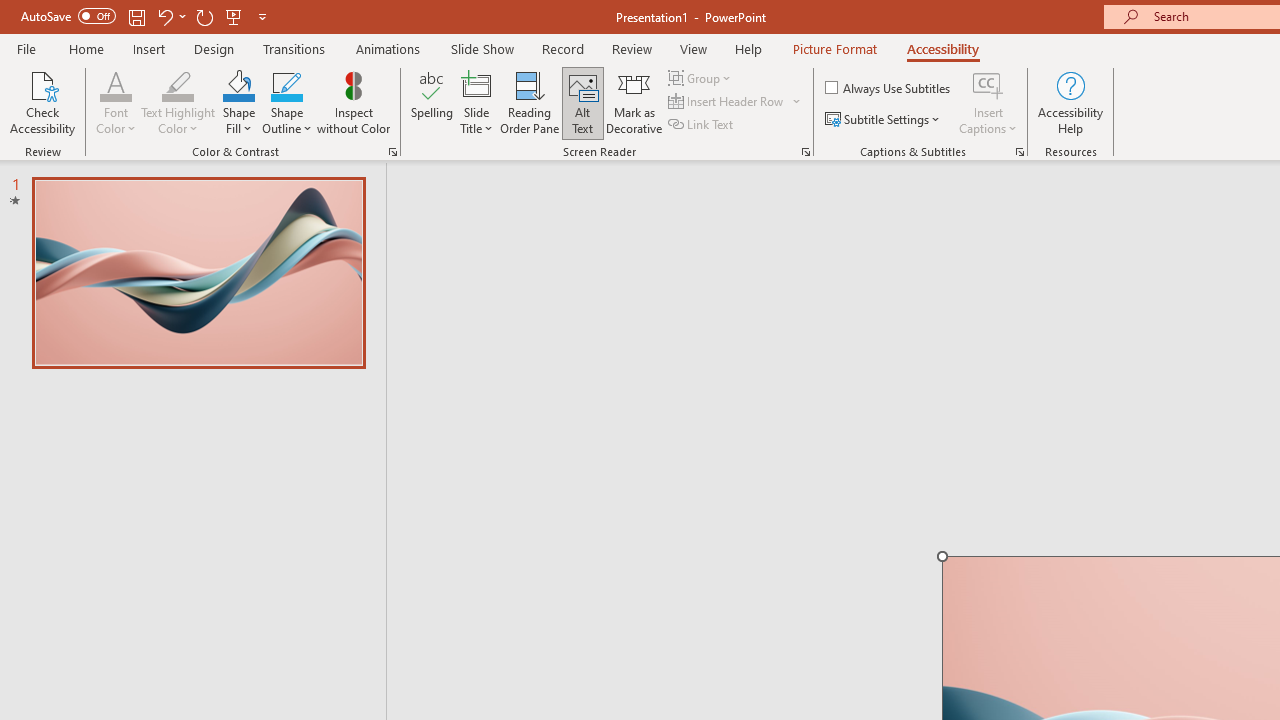 Image resolution: width=1280 pixels, height=720 pixels. I want to click on 'Reading Order Pane', so click(529, 103).